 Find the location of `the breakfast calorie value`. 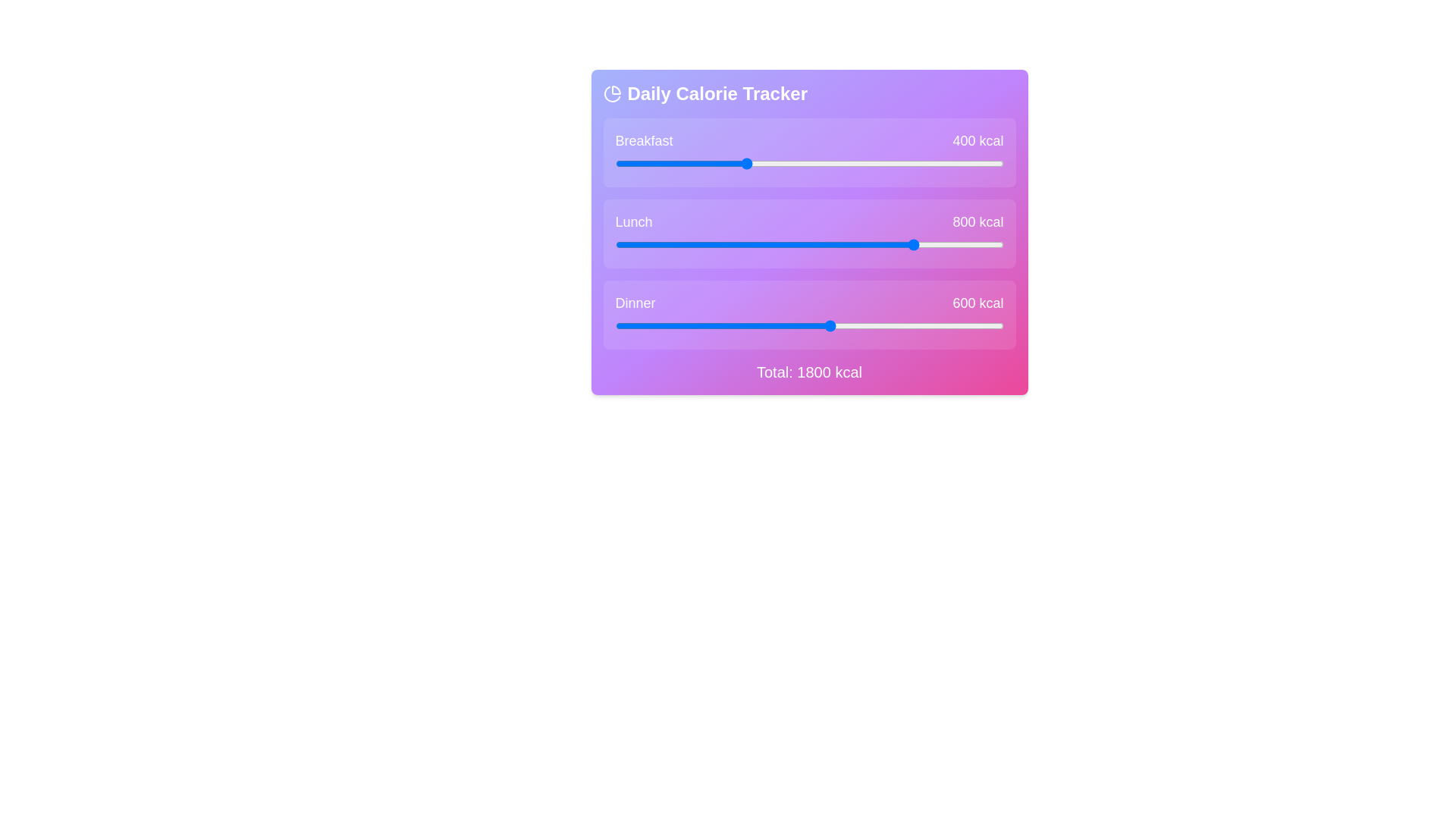

the breakfast calorie value is located at coordinates (814, 164).